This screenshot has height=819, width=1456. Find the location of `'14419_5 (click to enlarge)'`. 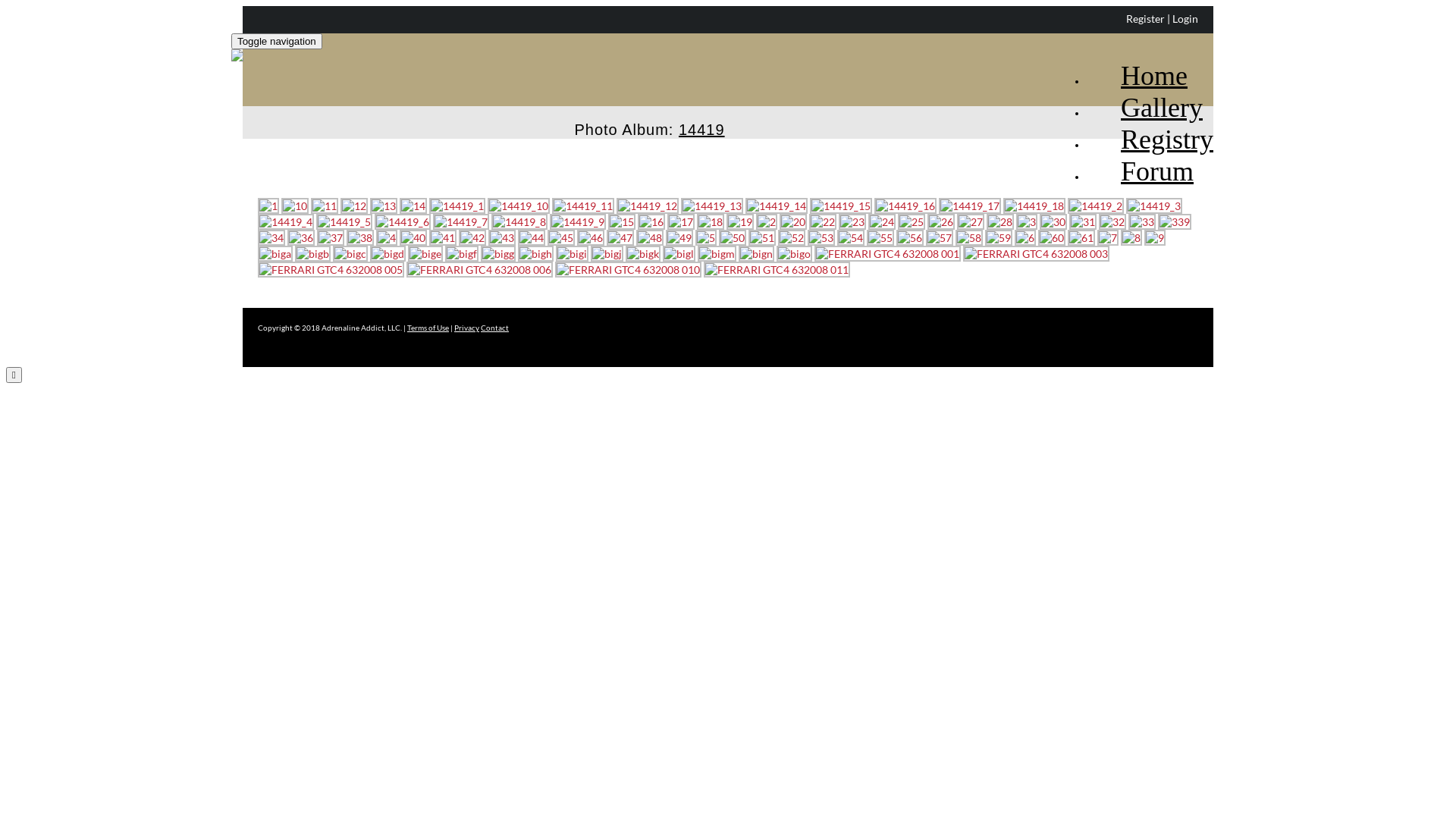

'14419_5 (click to enlarge)' is located at coordinates (344, 221).